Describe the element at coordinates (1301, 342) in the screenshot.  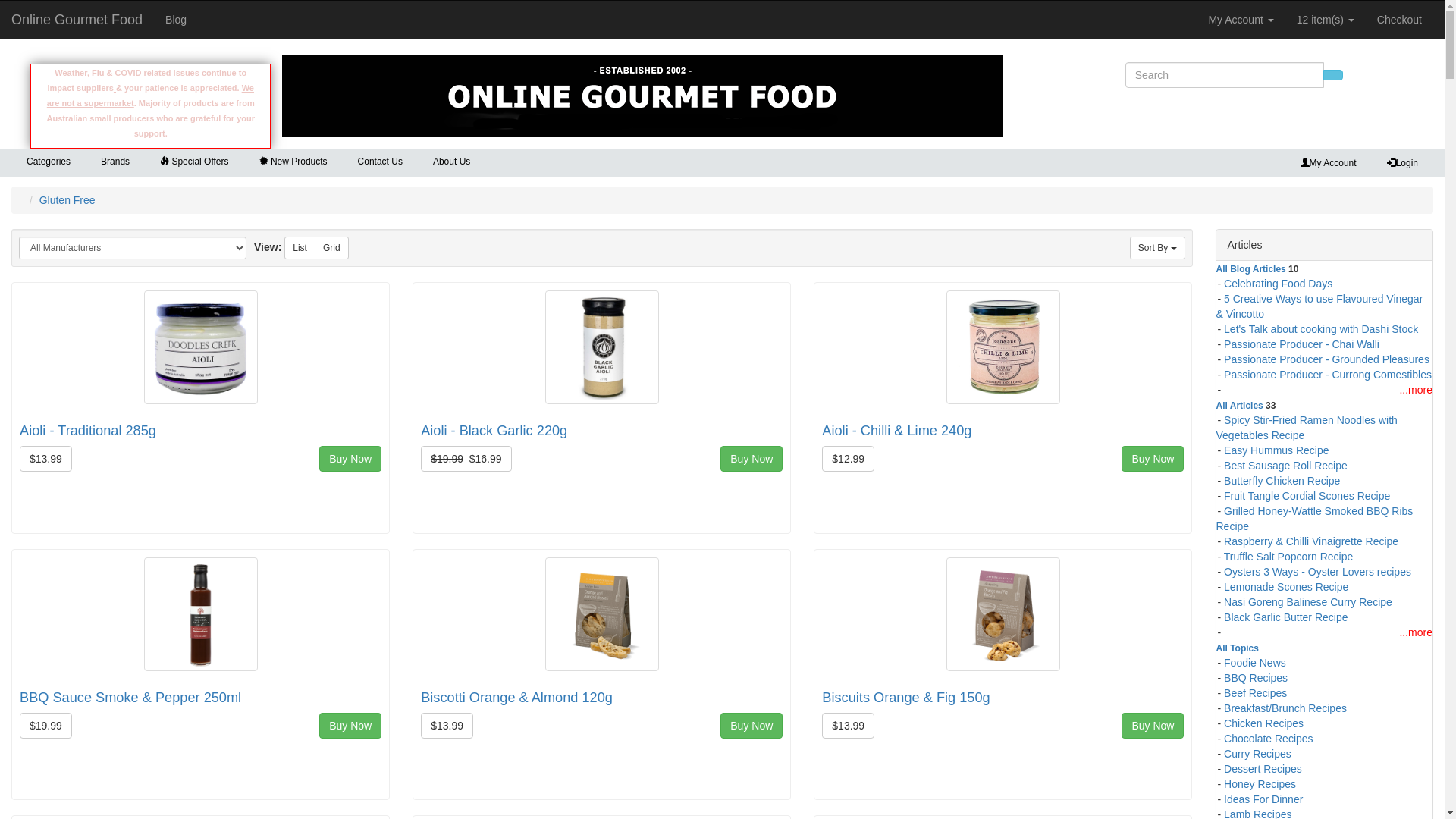
I see `'Passionate Producer - Chai Walli'` at that location.